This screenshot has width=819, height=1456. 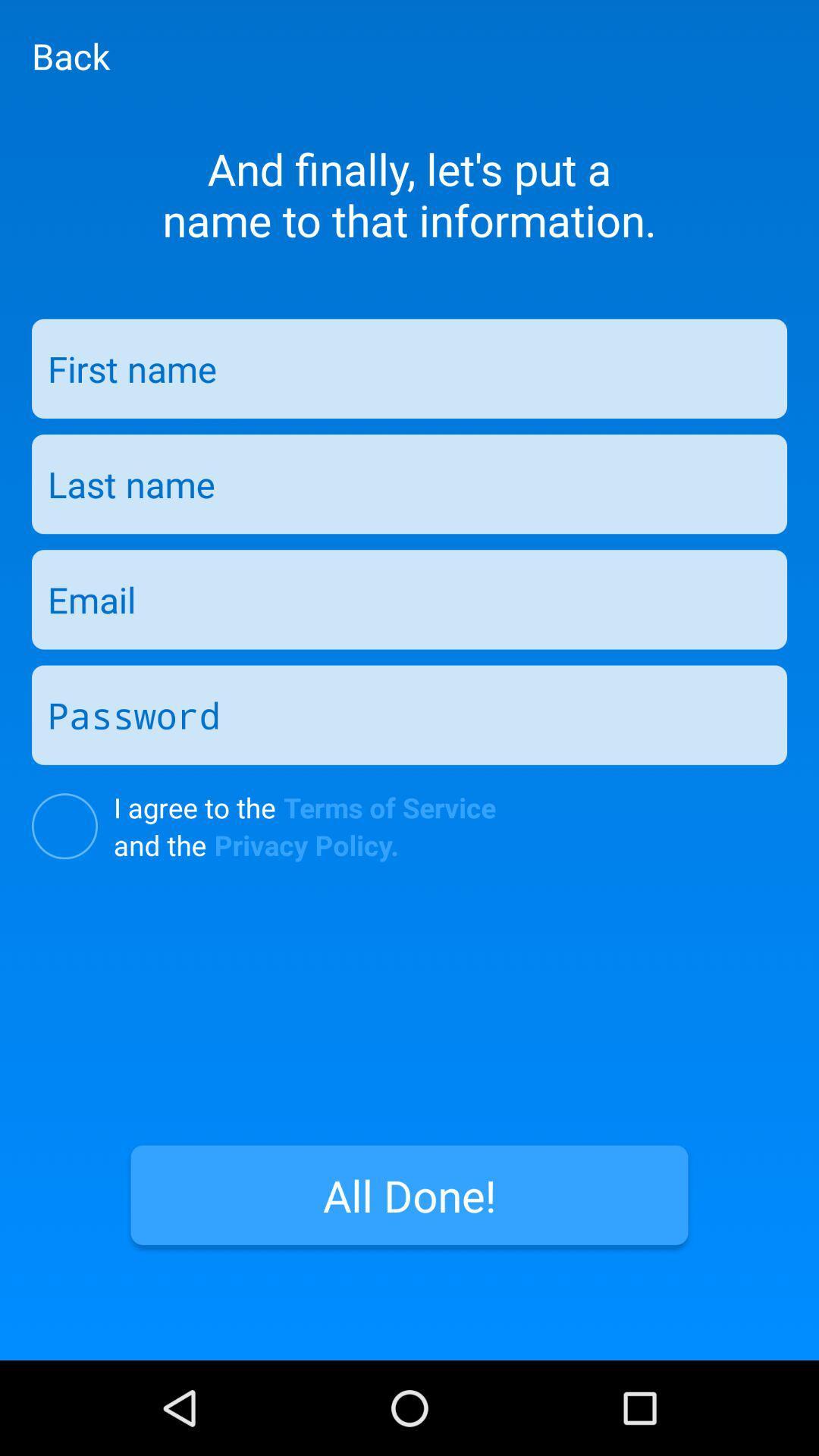 What do you see at coordinates (64, 825) in the screenshot?
I see `radio button to agree with the terms` at bounding box center [64, 825].